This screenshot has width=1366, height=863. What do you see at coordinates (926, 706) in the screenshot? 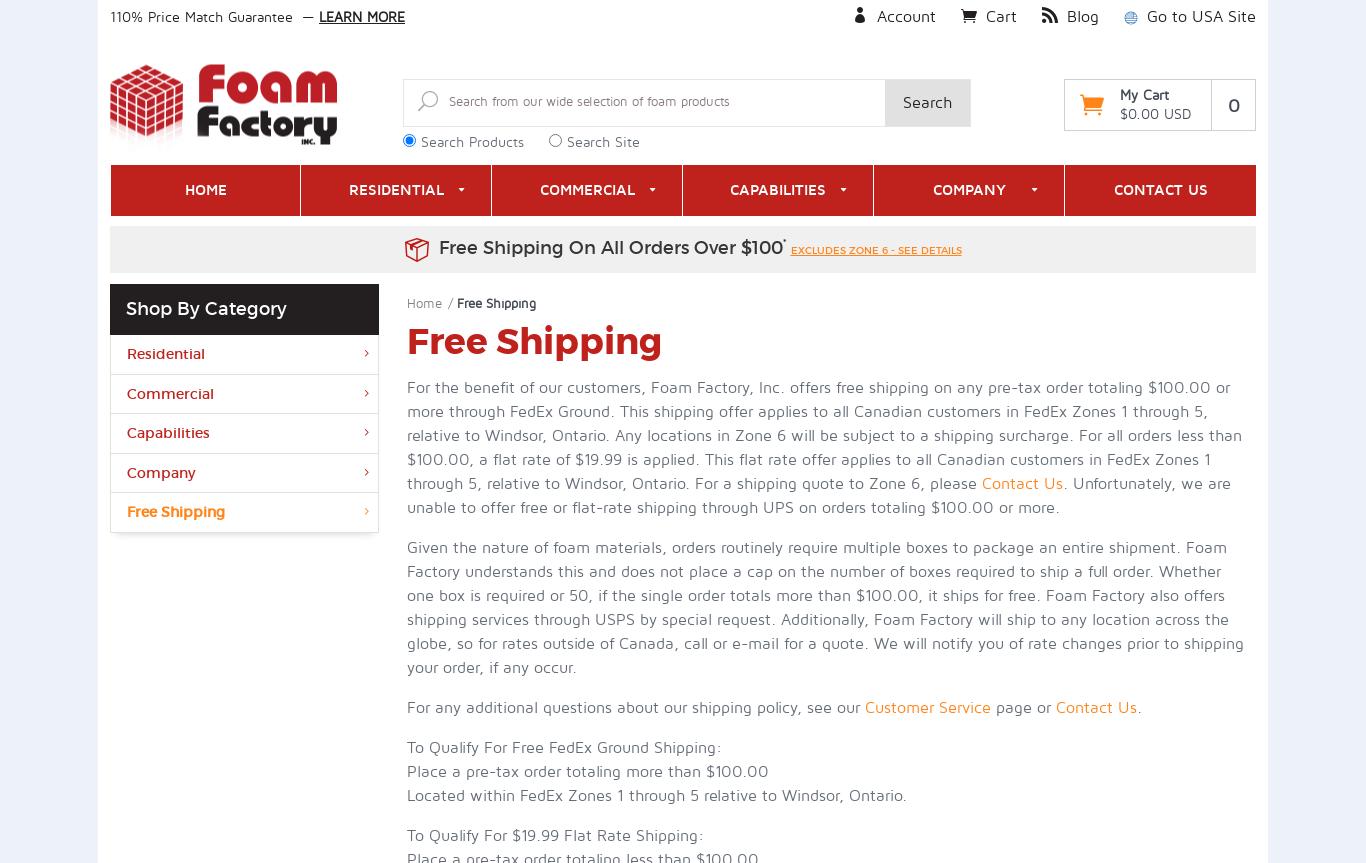
I see `'Customer Service'` at bounding box center [926, 706].